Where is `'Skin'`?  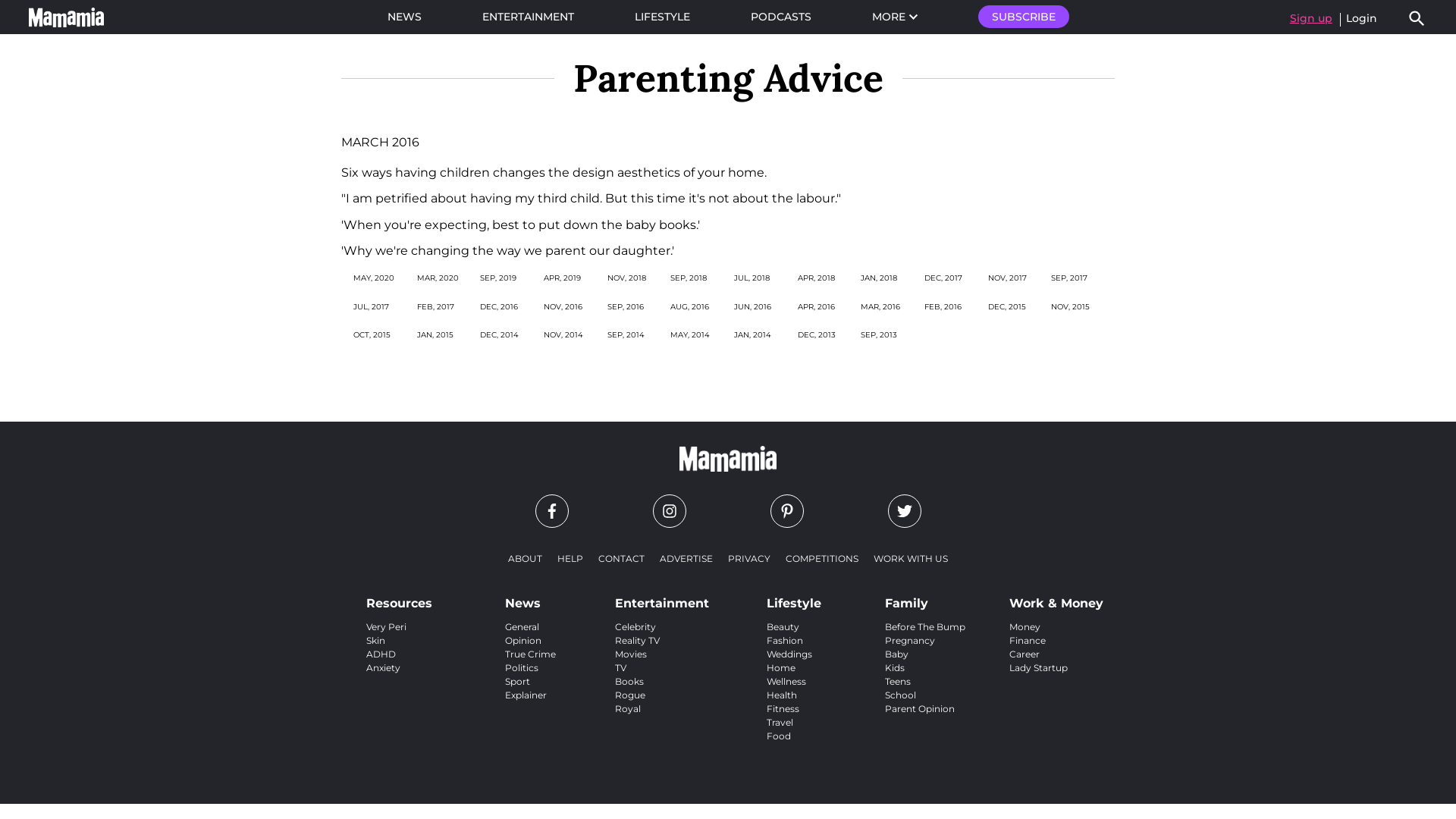
'Skin' is located at coordinates (375, 640).